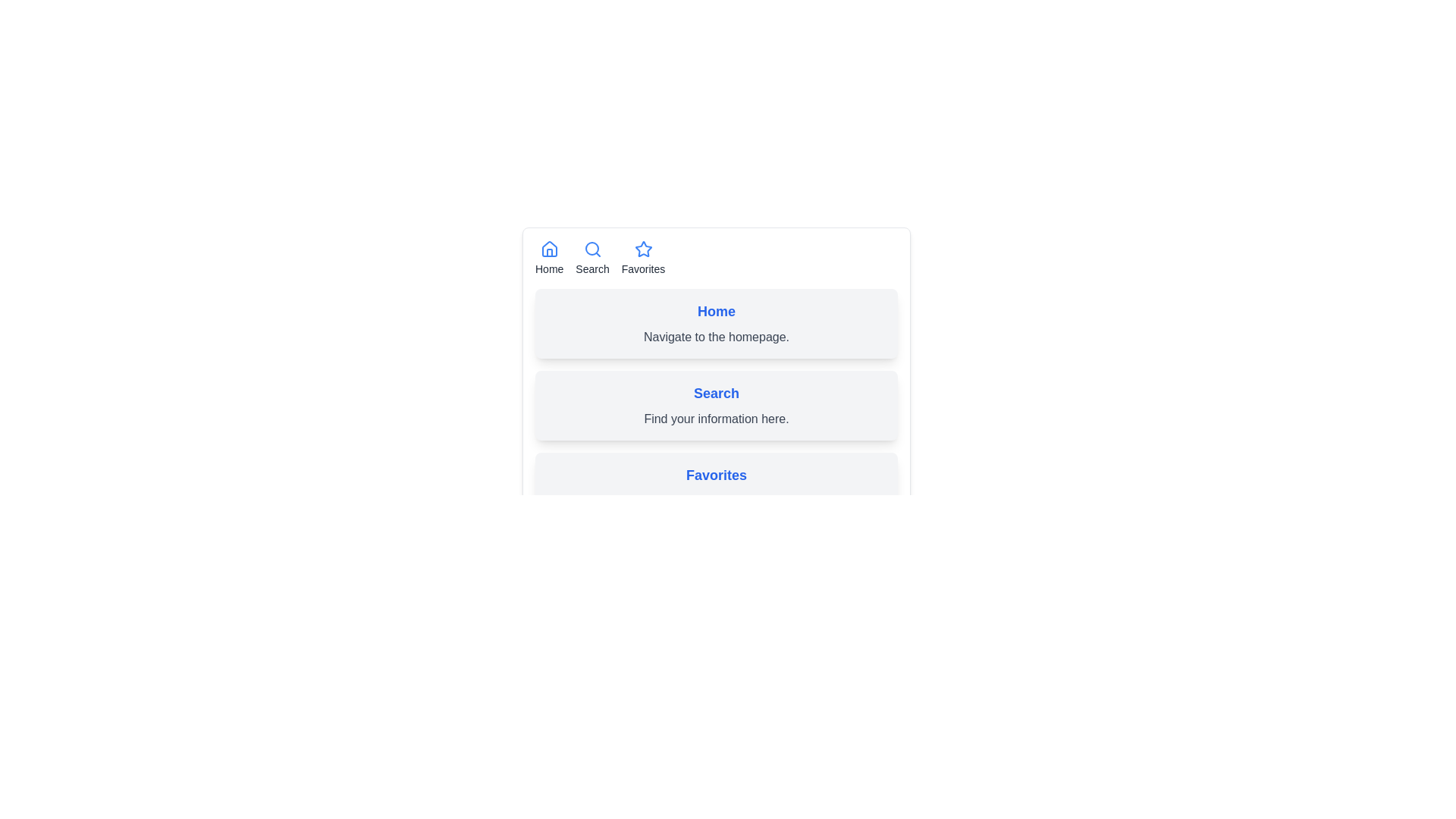 The image size is (1456, 819). What do you see at coordinates (716, 405) in the screenshot?
I see `the 'Search' Informational Card, which is a rectangular card with a light gray background and bold blue text labeled 'Search' at the top` at bounding box center [716, 405].